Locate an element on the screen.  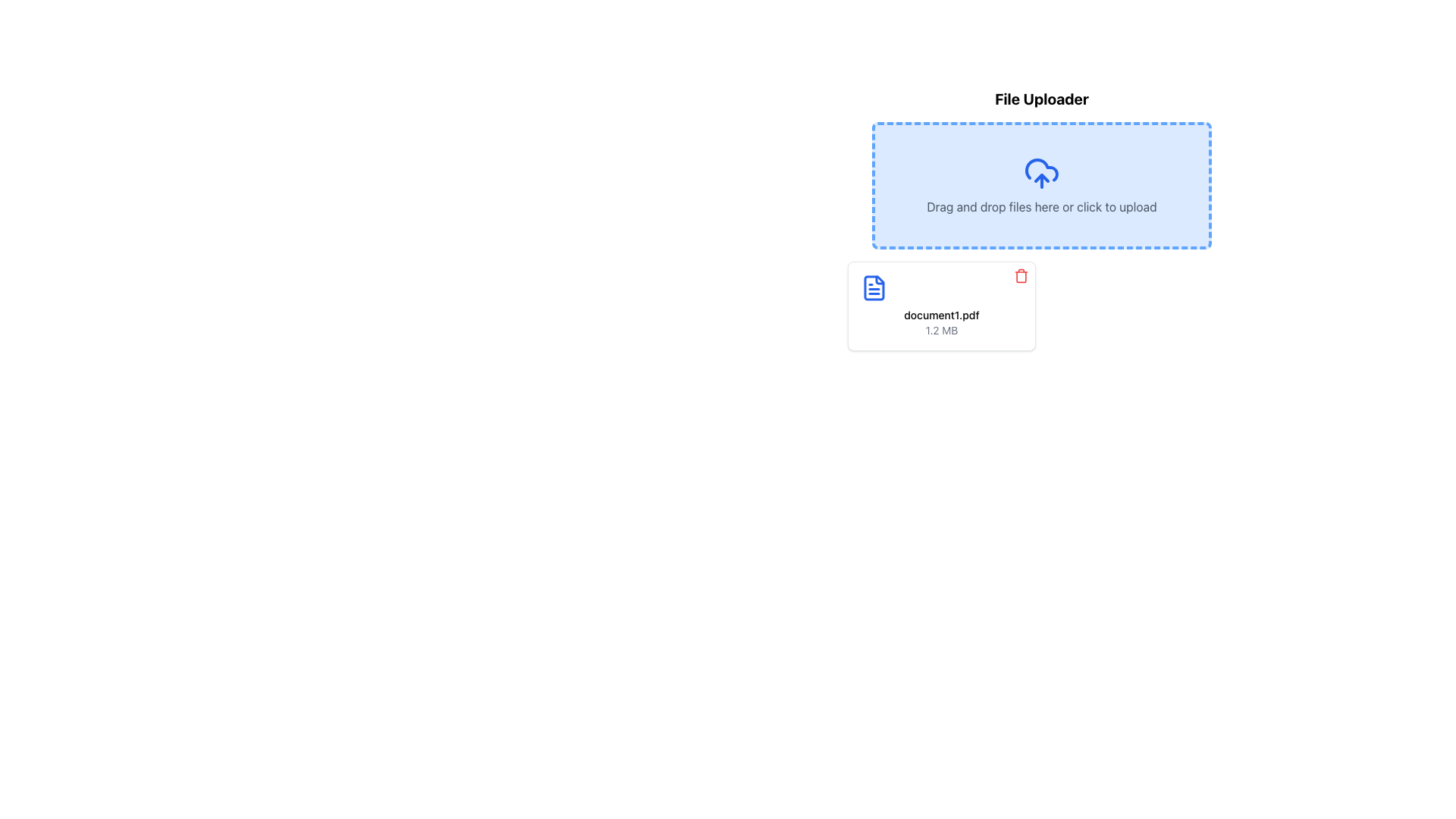
the decorative shape resembling a curved line forming a partial cloud within the cloud upload icon, which features a blue stroke and is part of an interactive file uploader area is located at coordinates (1040, 170).